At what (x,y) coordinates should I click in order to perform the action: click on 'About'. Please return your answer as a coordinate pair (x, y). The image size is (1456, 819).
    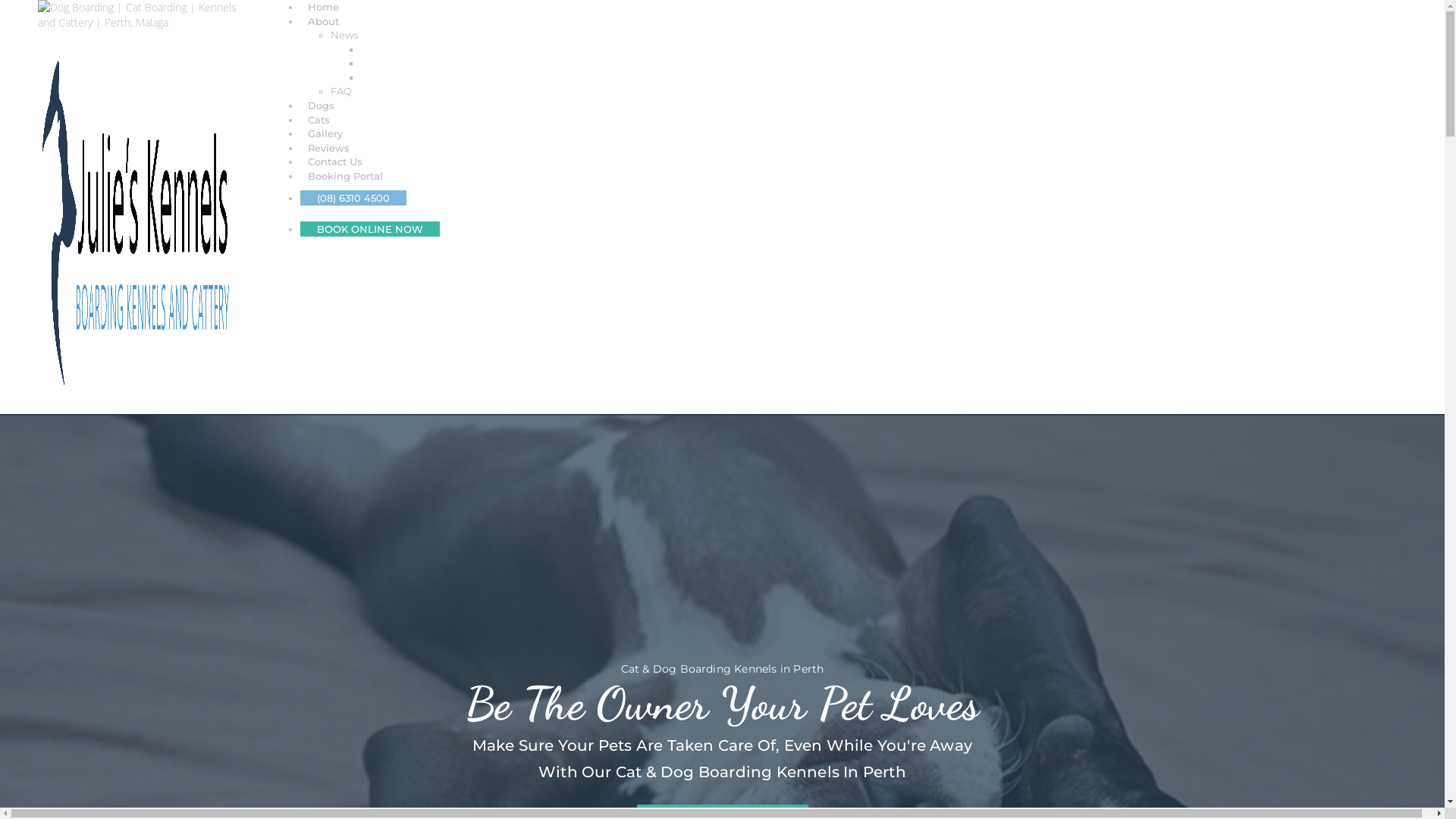
    Looking at the image, I should click on (322, 20).